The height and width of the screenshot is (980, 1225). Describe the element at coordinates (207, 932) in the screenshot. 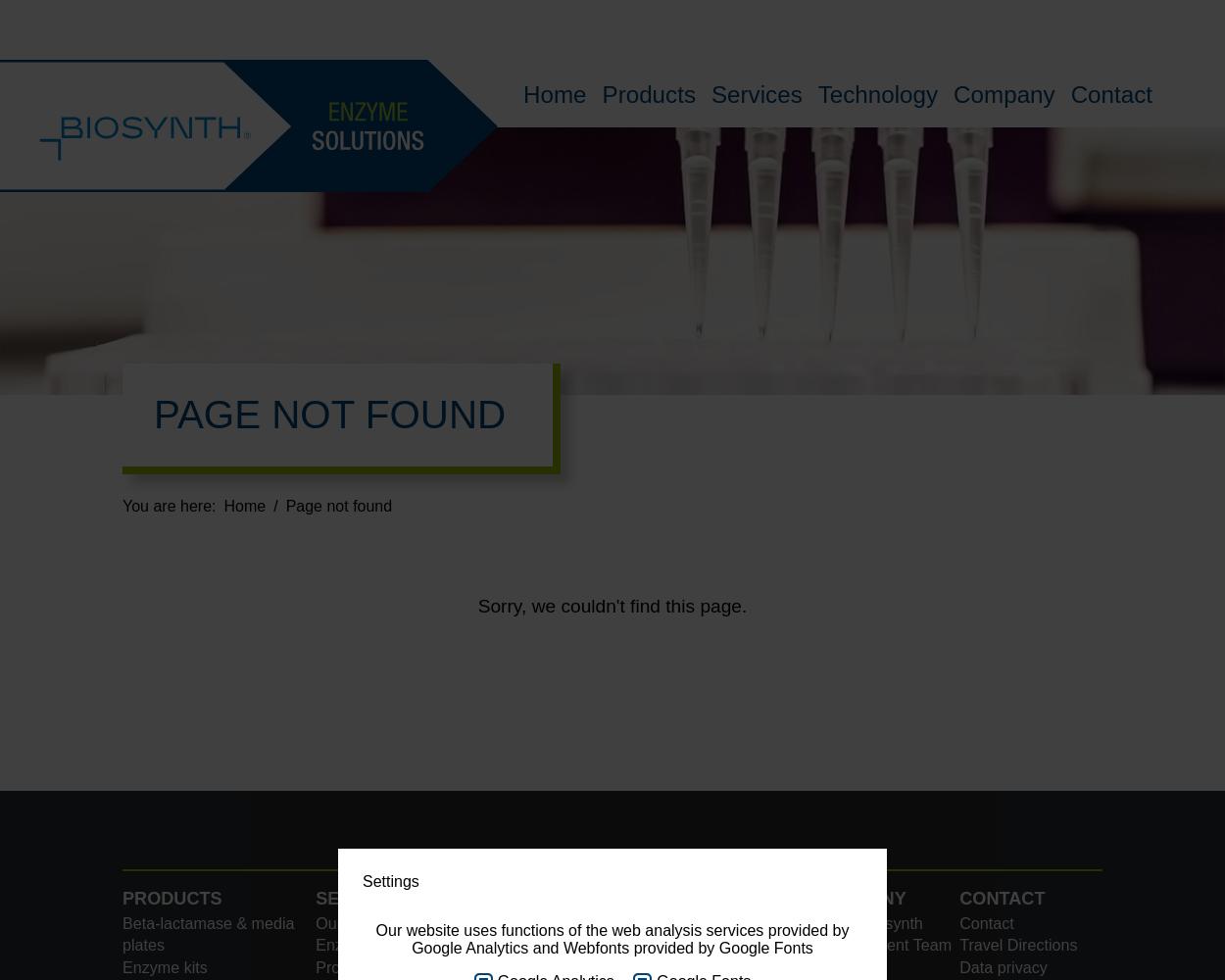

I see `'Beta-lactamase & media plates'` at that location.